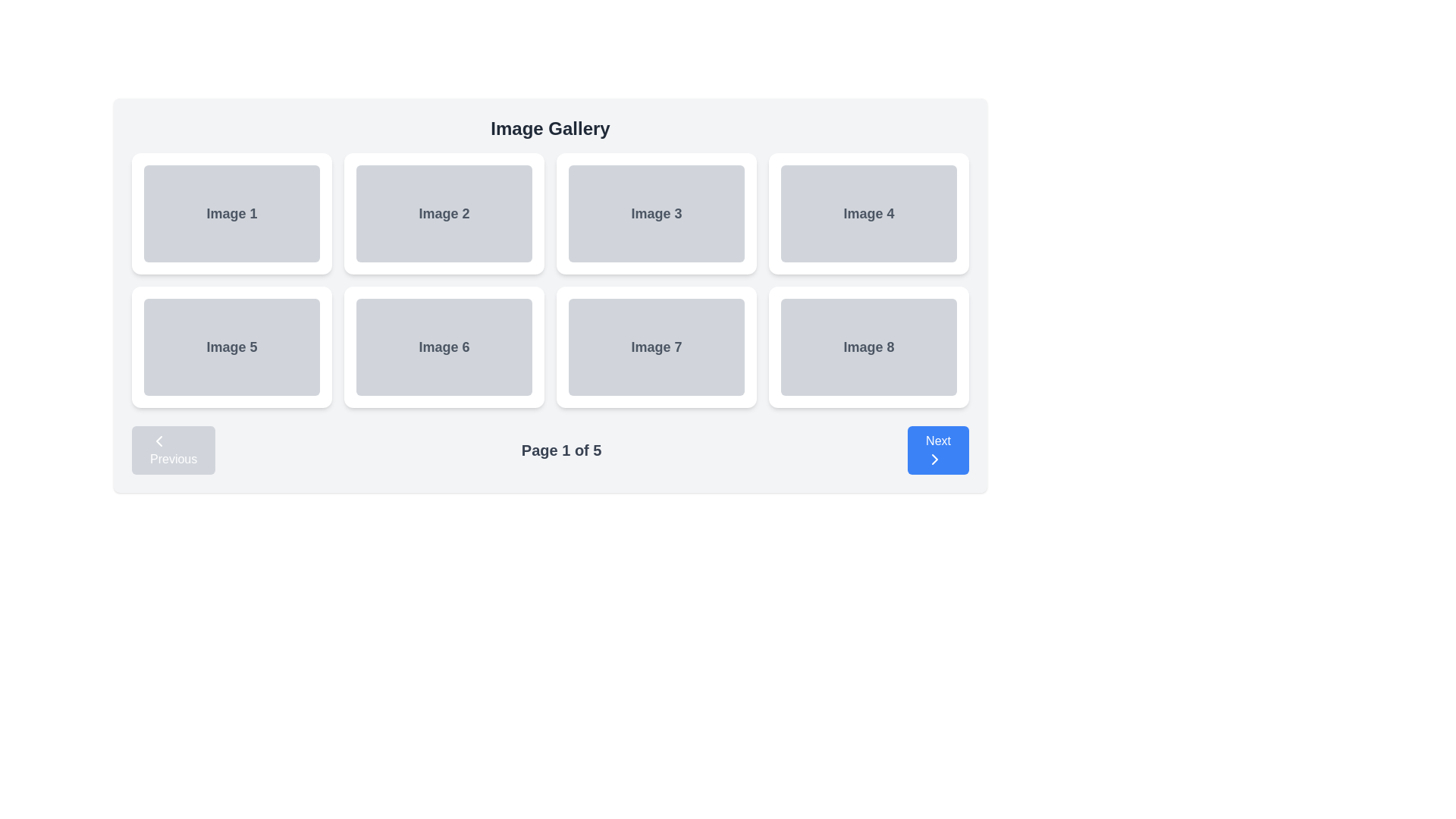  Describe the element at coordinates (443, 213) in the screenshot. I see `the display card in the top row, second column of the grid layout` at that location.